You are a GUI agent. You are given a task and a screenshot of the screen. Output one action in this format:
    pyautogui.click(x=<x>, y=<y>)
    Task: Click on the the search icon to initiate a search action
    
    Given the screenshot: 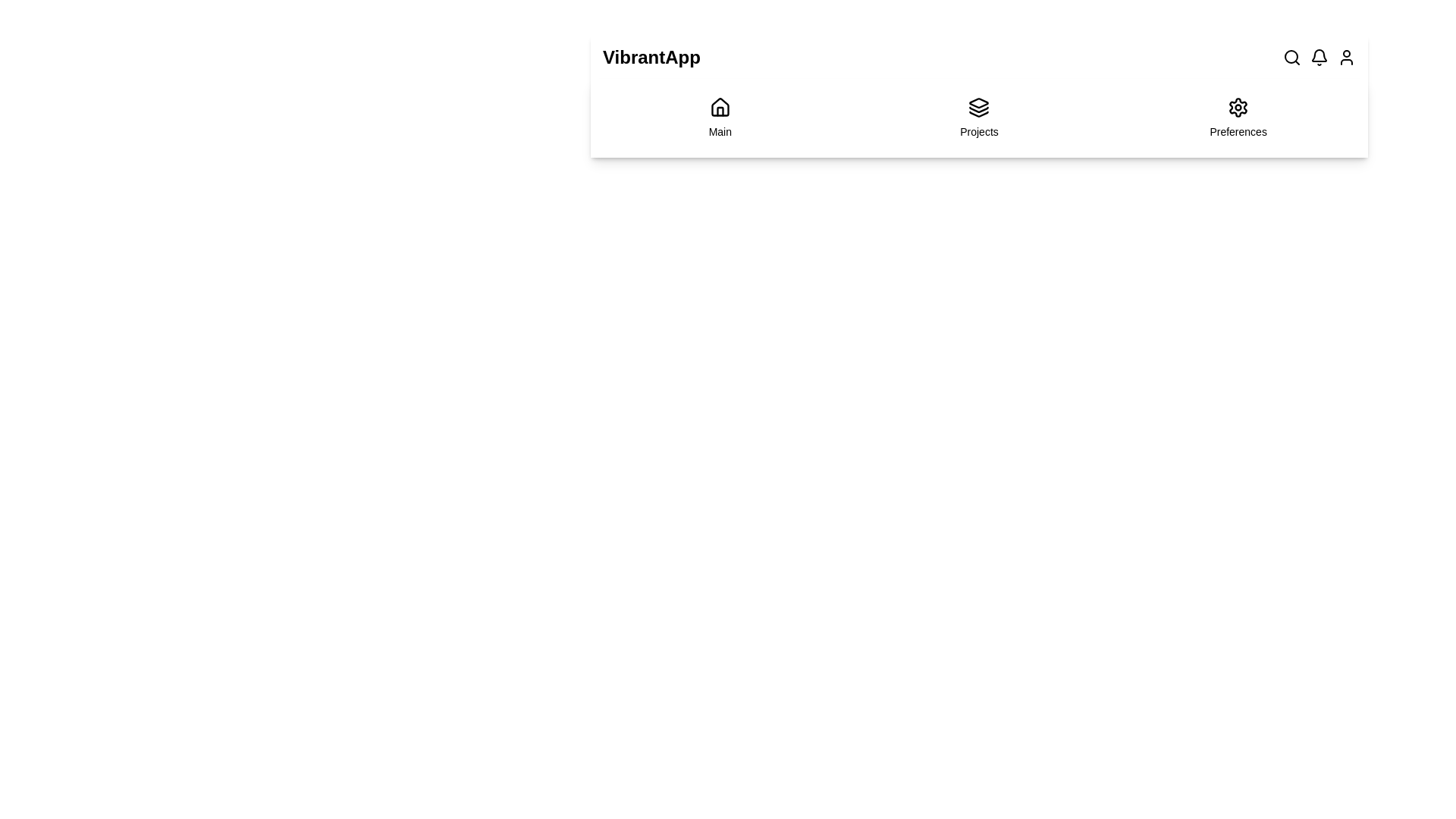 What is the action you would take?
    pyautogui.click(x=1291, y=57)
    